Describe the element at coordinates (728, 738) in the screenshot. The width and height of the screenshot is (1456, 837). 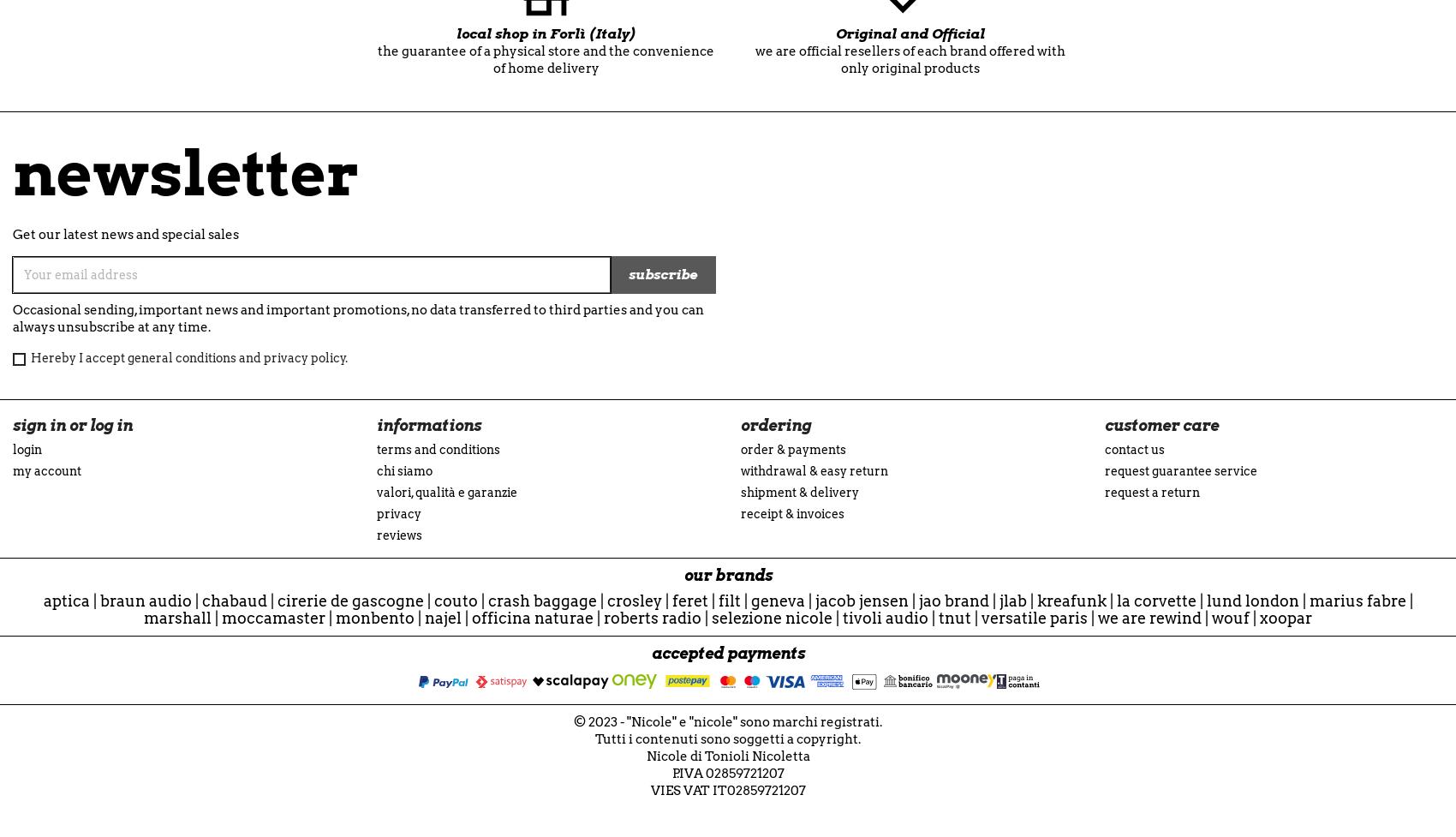
I see `'Tutti i contenuti sono soggetti a copyright.'` at that location.